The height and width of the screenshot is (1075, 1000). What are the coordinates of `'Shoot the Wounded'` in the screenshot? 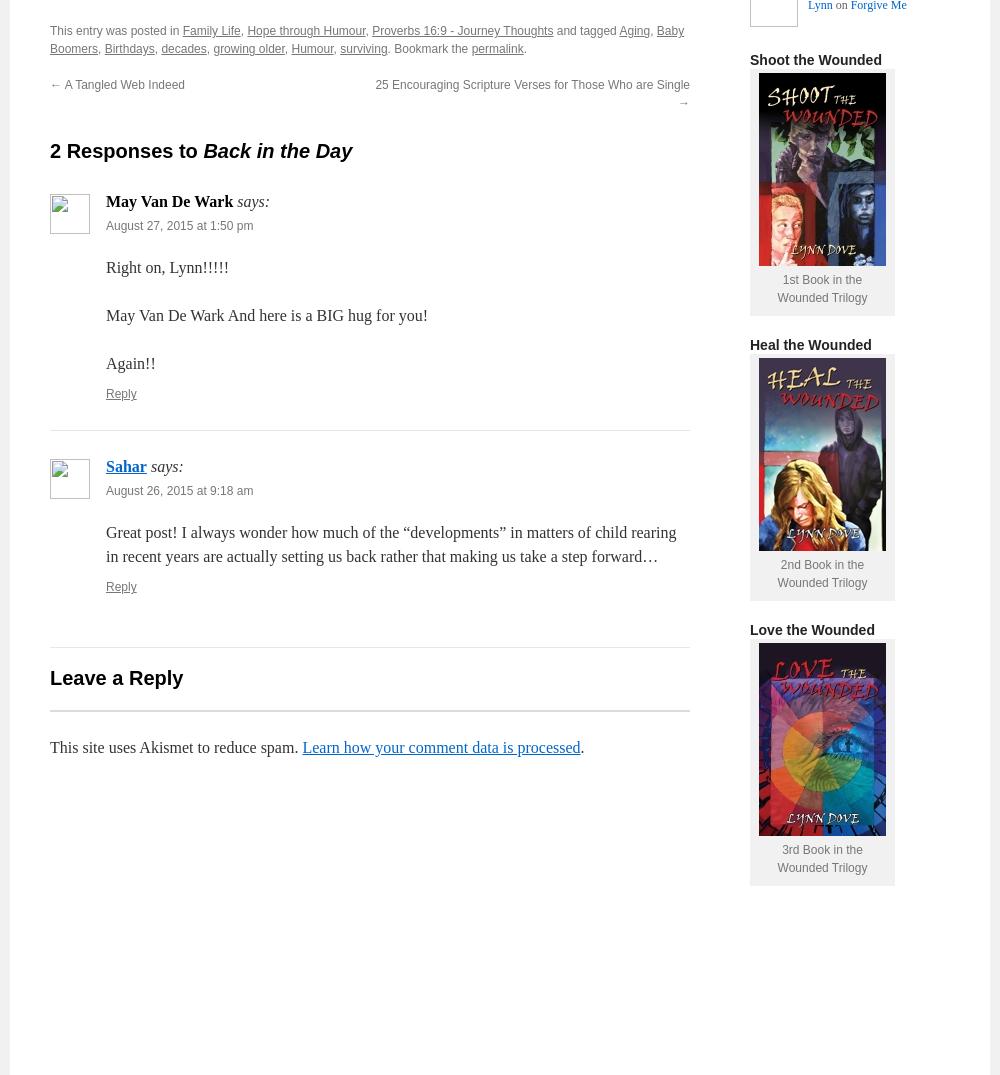 It's located at (814, 59).